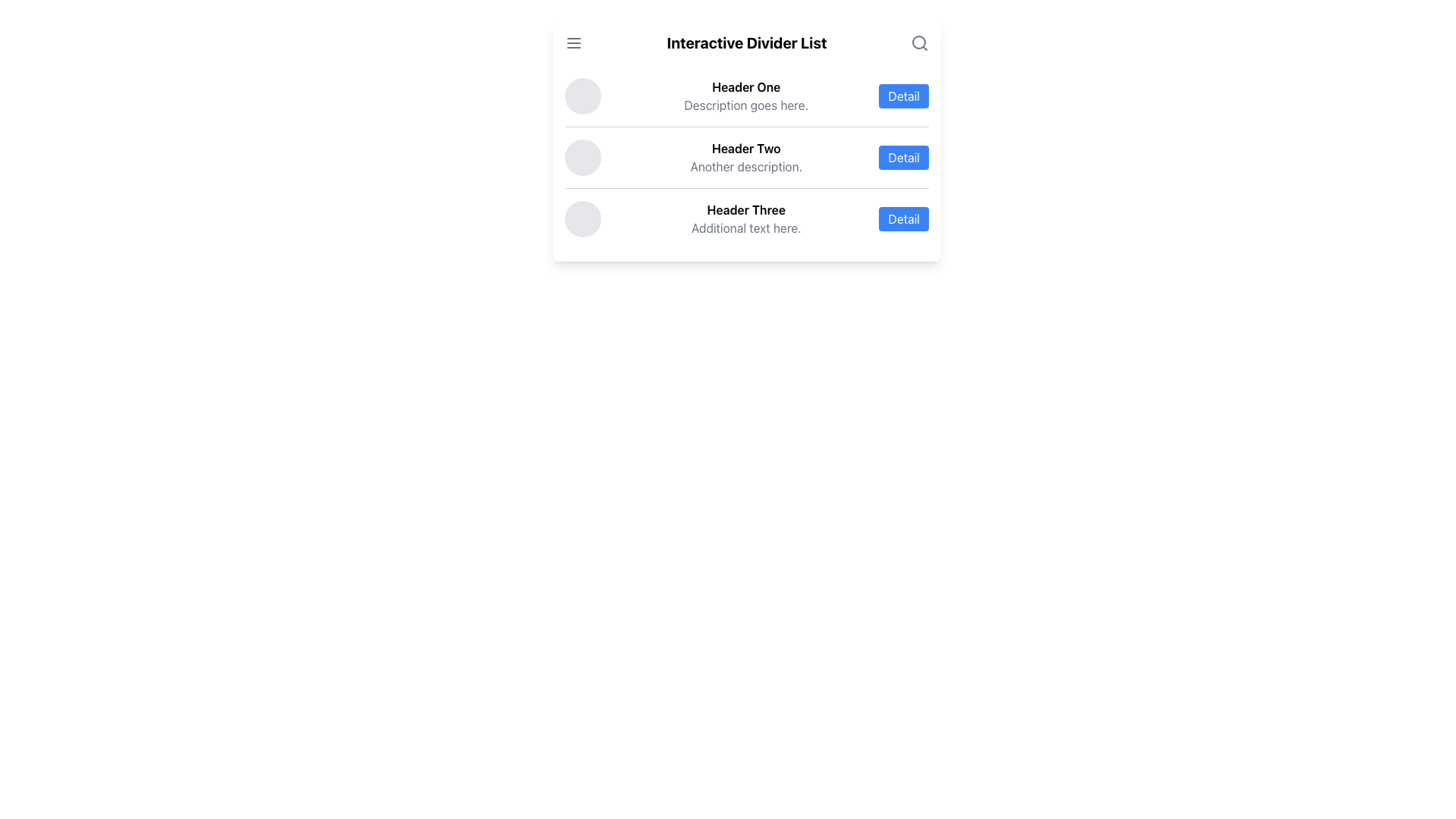 The width and height of the screenshot is (1456, 819). What do you see at coordinates (904, 96) in the screenshot?
I see `the button that navigates to a detailed view related to 'Header One'` at bounding box center [904, 96].